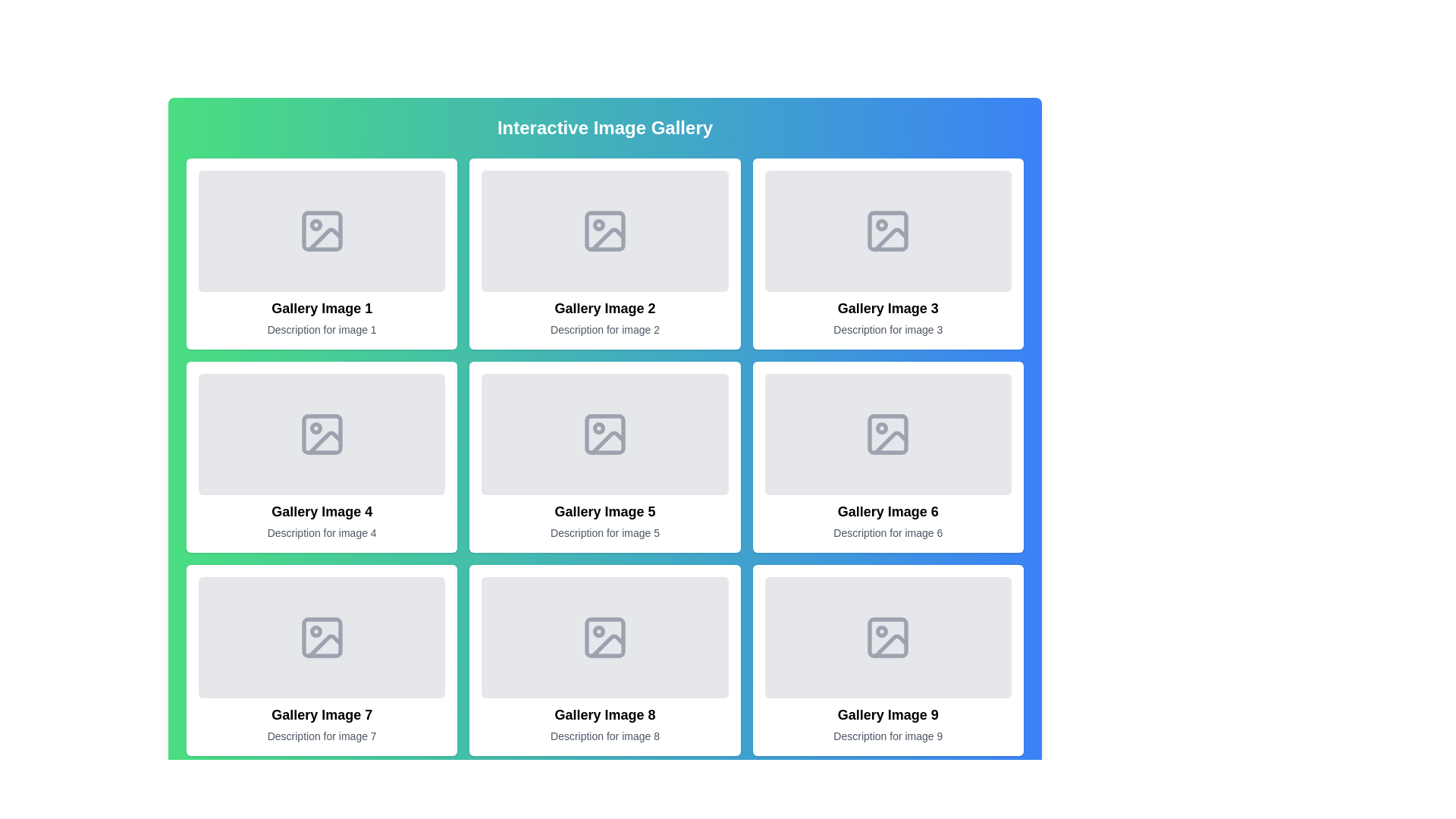 This screenshot has width=1456, height=819. What do you see at coordinates (888, 231) in the screenshot?
I see `the image placeholder element with a gray background and rounded corners, located within the third gallery item in the upper row, to focus it` at bounding box center [888, 231].